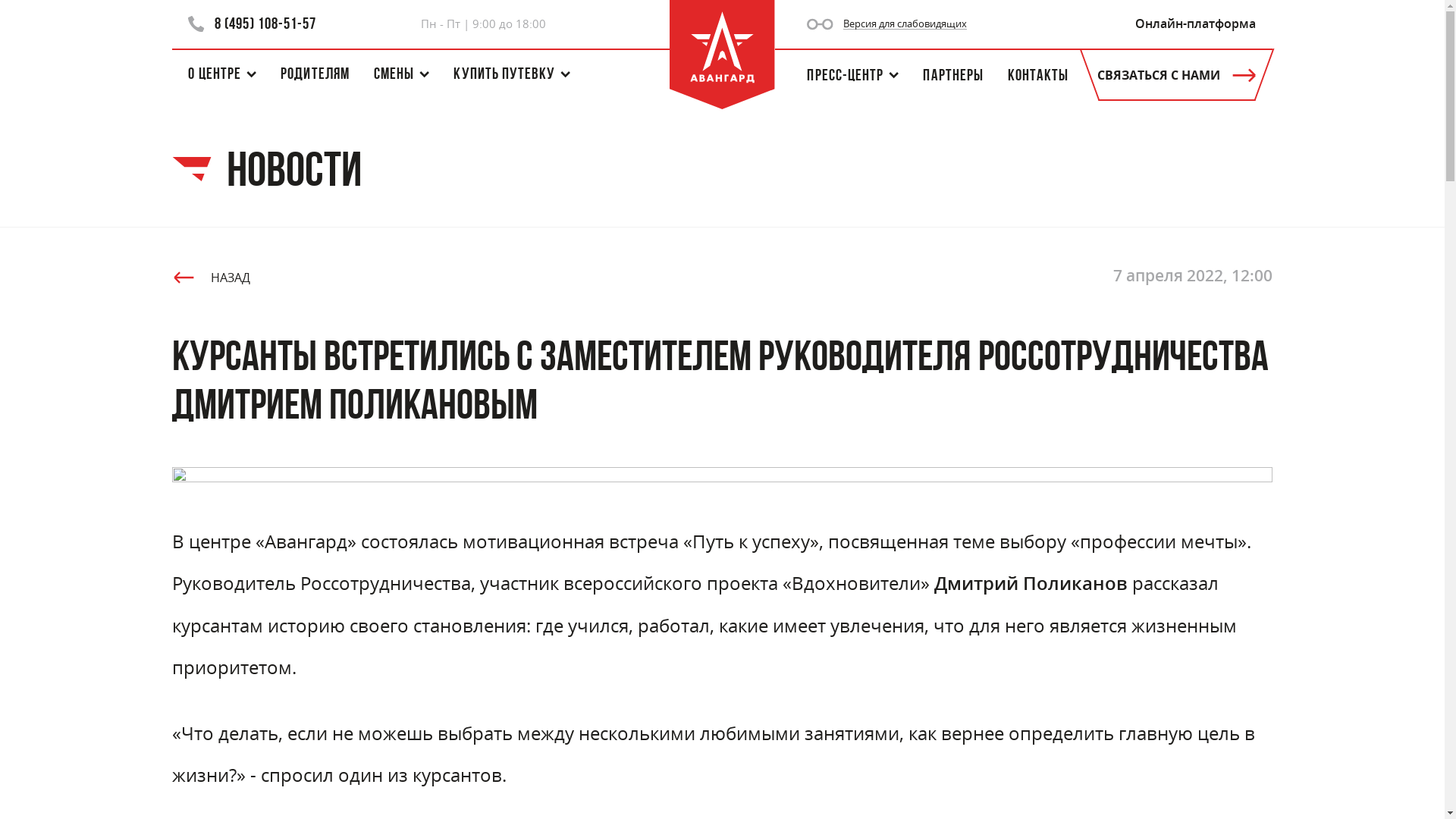  Describe the element at coordinates (252, 24) in the screenshot. I see `'8 (495) 108-51-57'` at that location.